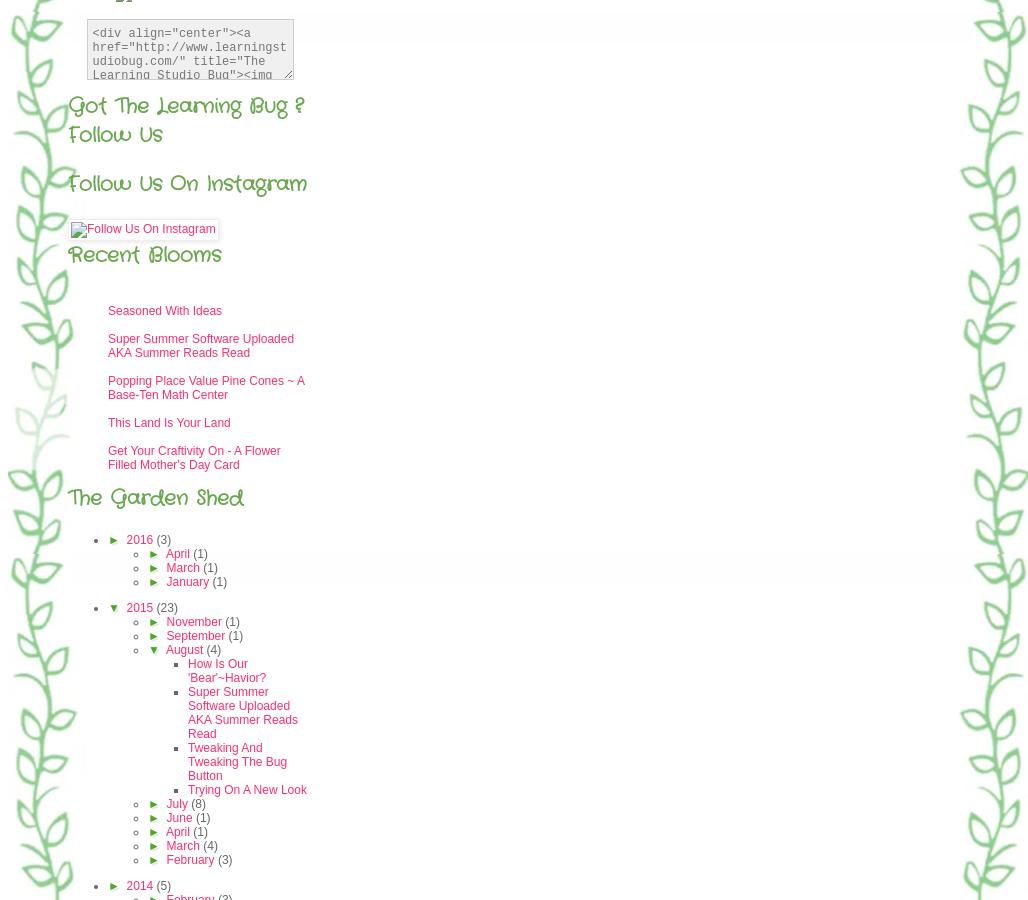 The image size is (1028, 900). Describe the element at coordinates (180, 817) in the screenshot. I see `'June'` at that location.